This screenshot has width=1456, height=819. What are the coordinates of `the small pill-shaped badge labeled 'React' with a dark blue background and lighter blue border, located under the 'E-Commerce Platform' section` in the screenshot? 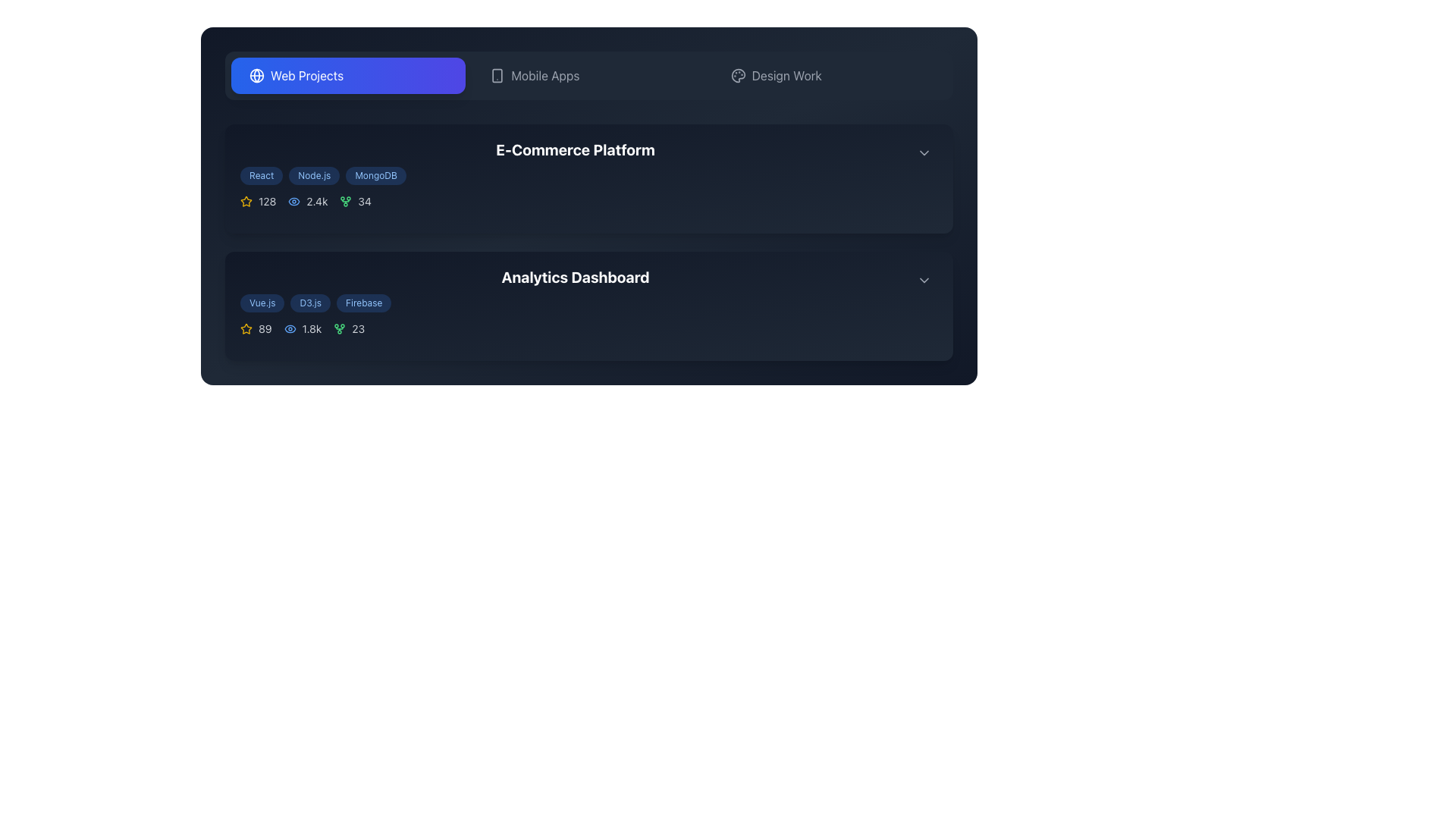 It's located at (262, 174).